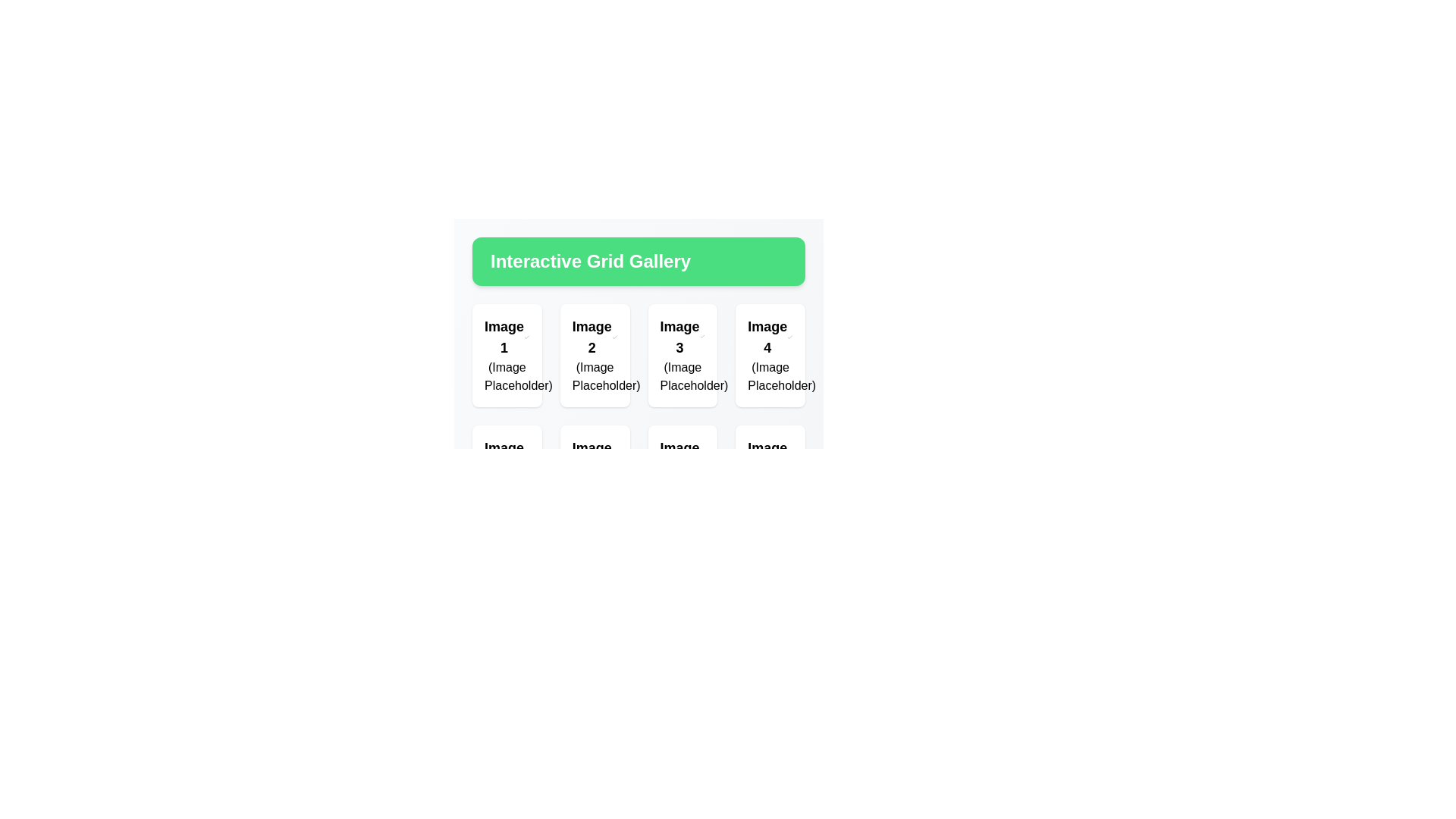 This screenshot has width=1456, height=819. I want to click on the Text Label within the 'Image 3' tile, which indicates a placeholder for future content, so click(682, 376).